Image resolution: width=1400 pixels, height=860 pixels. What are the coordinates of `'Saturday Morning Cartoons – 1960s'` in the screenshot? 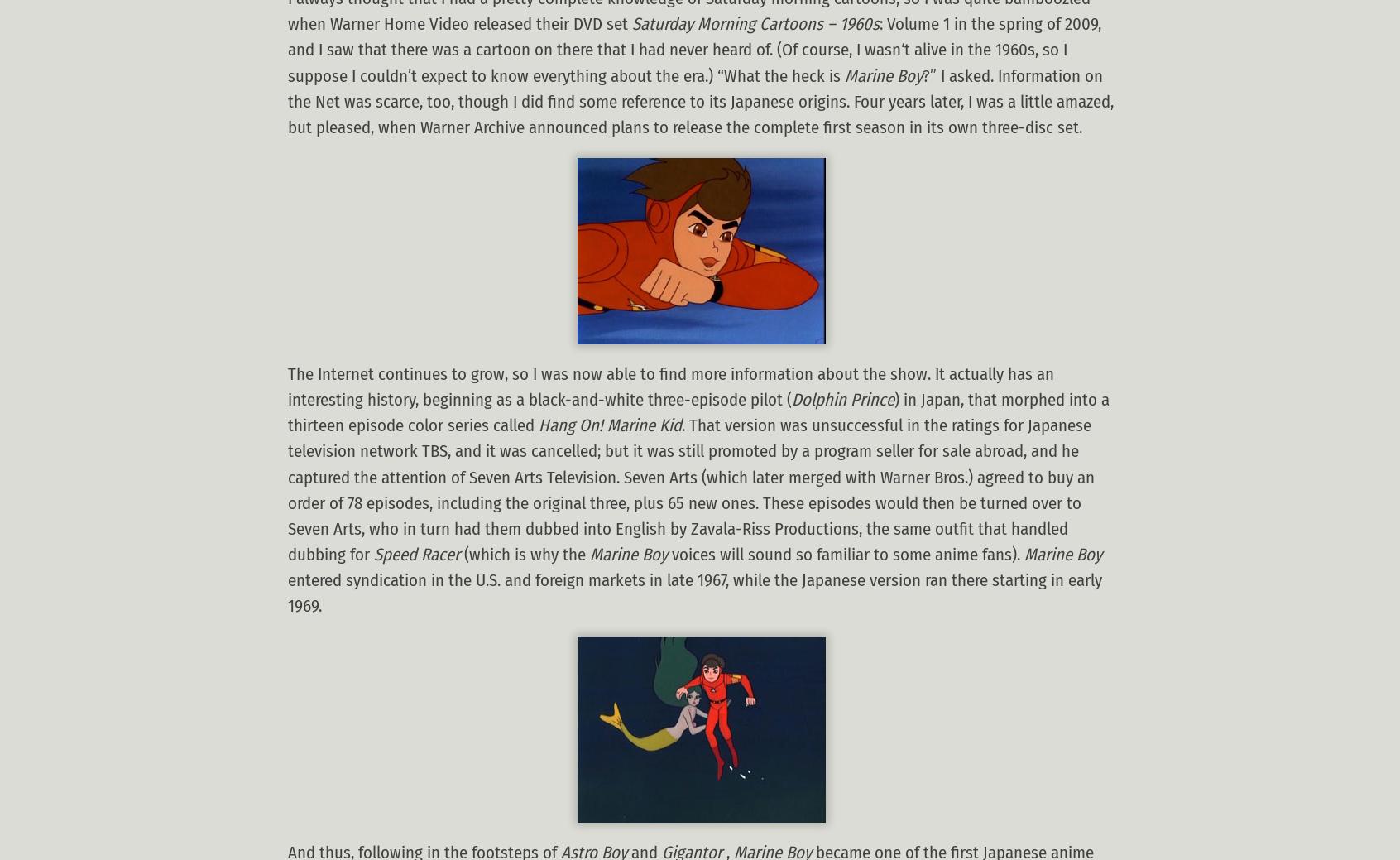 It's located at (755, 23).